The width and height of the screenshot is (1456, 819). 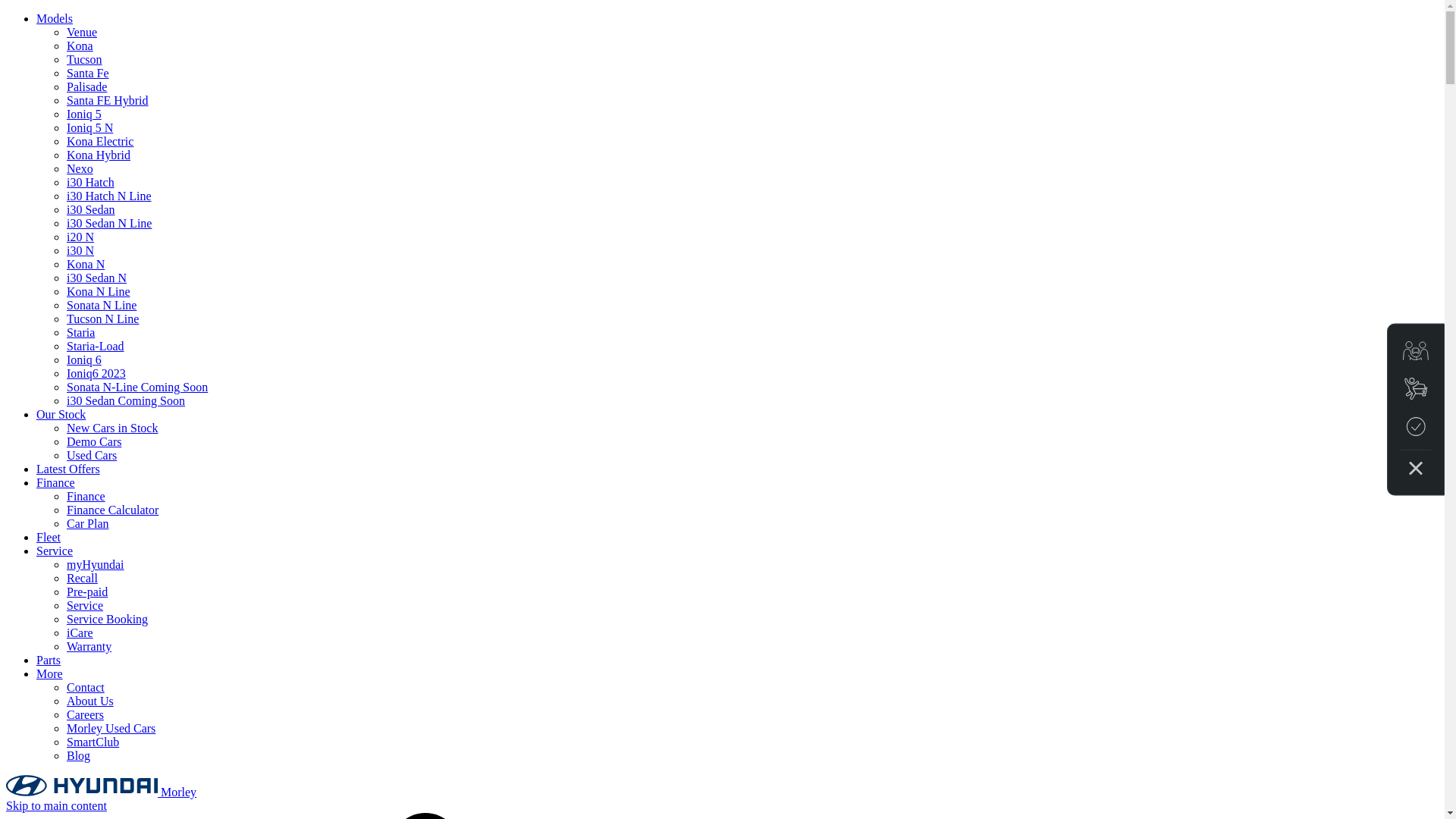 I want to click on 'i30 Sedan N Line', so click(x=108, y=223).